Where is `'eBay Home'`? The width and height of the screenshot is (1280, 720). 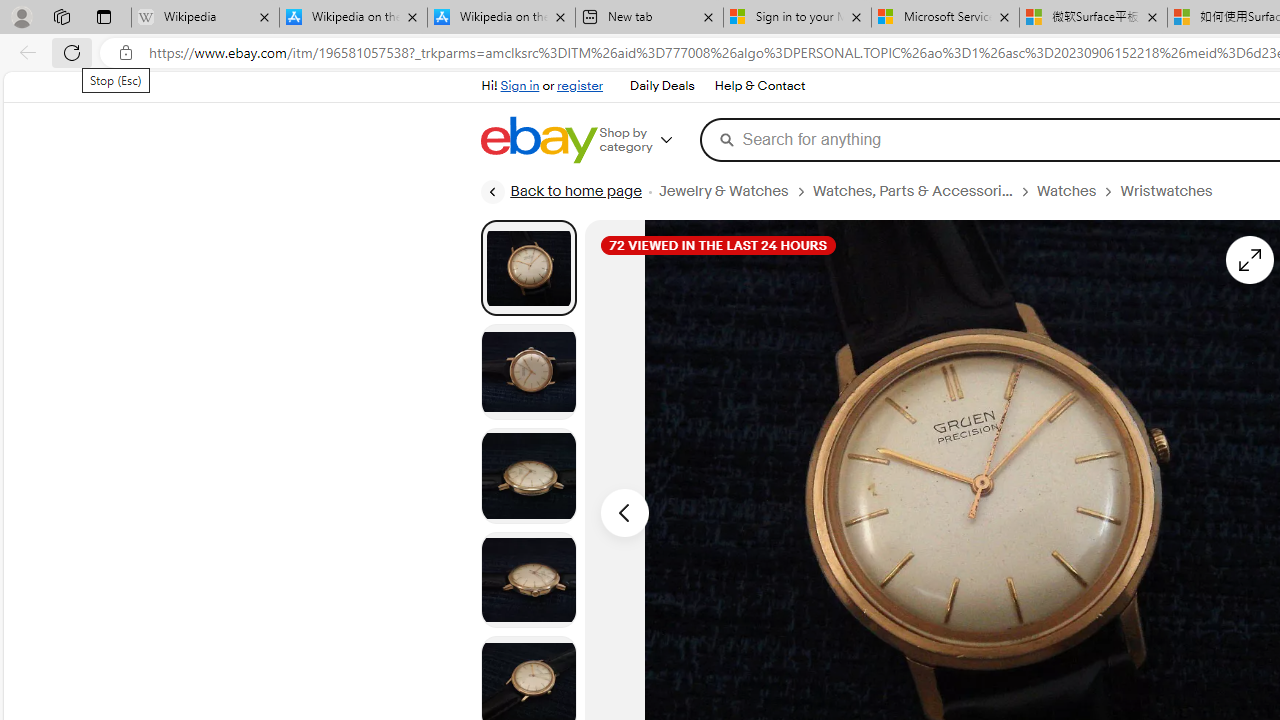 'eBay Home' is located at coordinates (538, 139).